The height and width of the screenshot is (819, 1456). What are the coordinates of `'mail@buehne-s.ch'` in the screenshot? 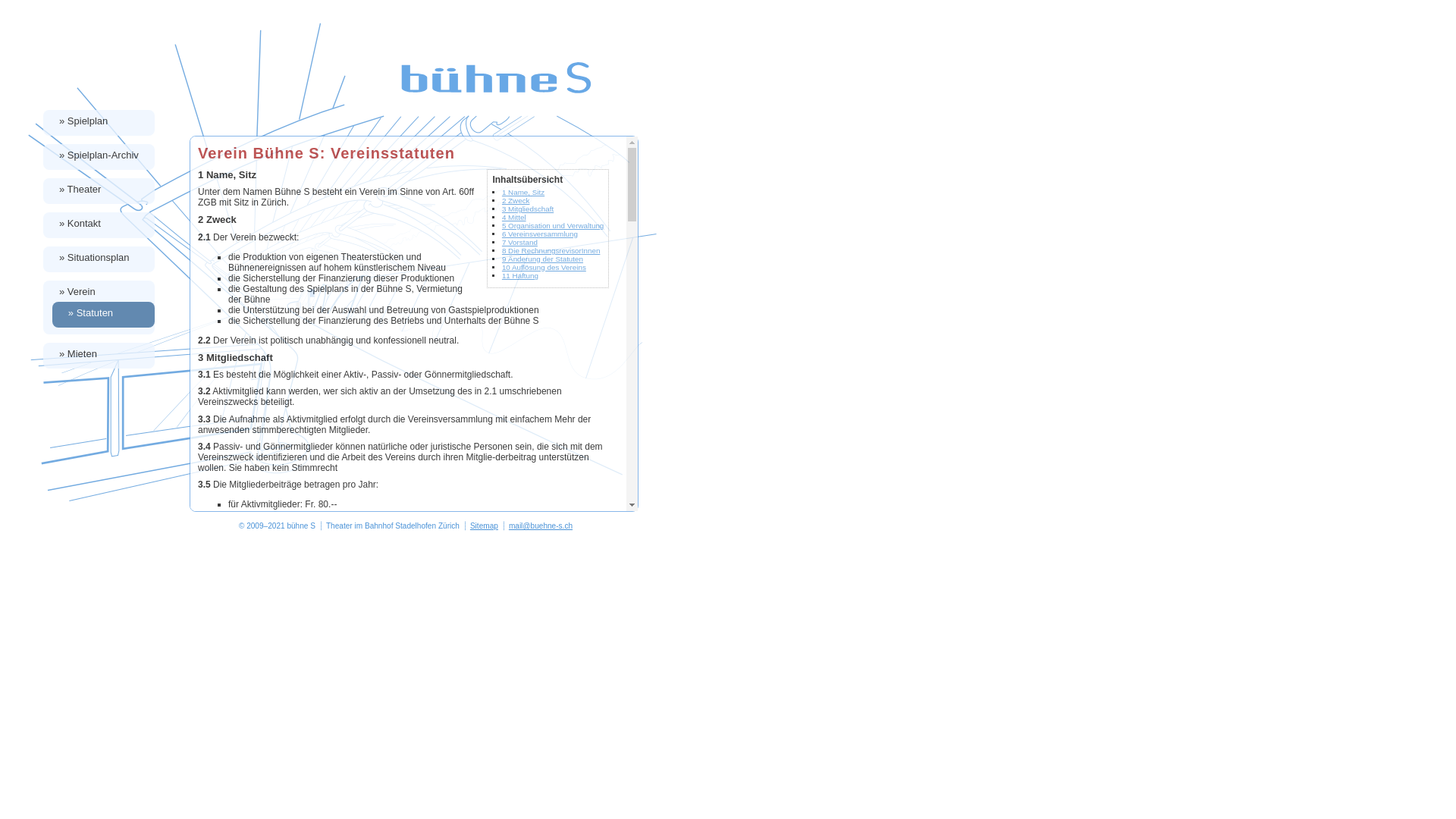 It's located at (509, 525).